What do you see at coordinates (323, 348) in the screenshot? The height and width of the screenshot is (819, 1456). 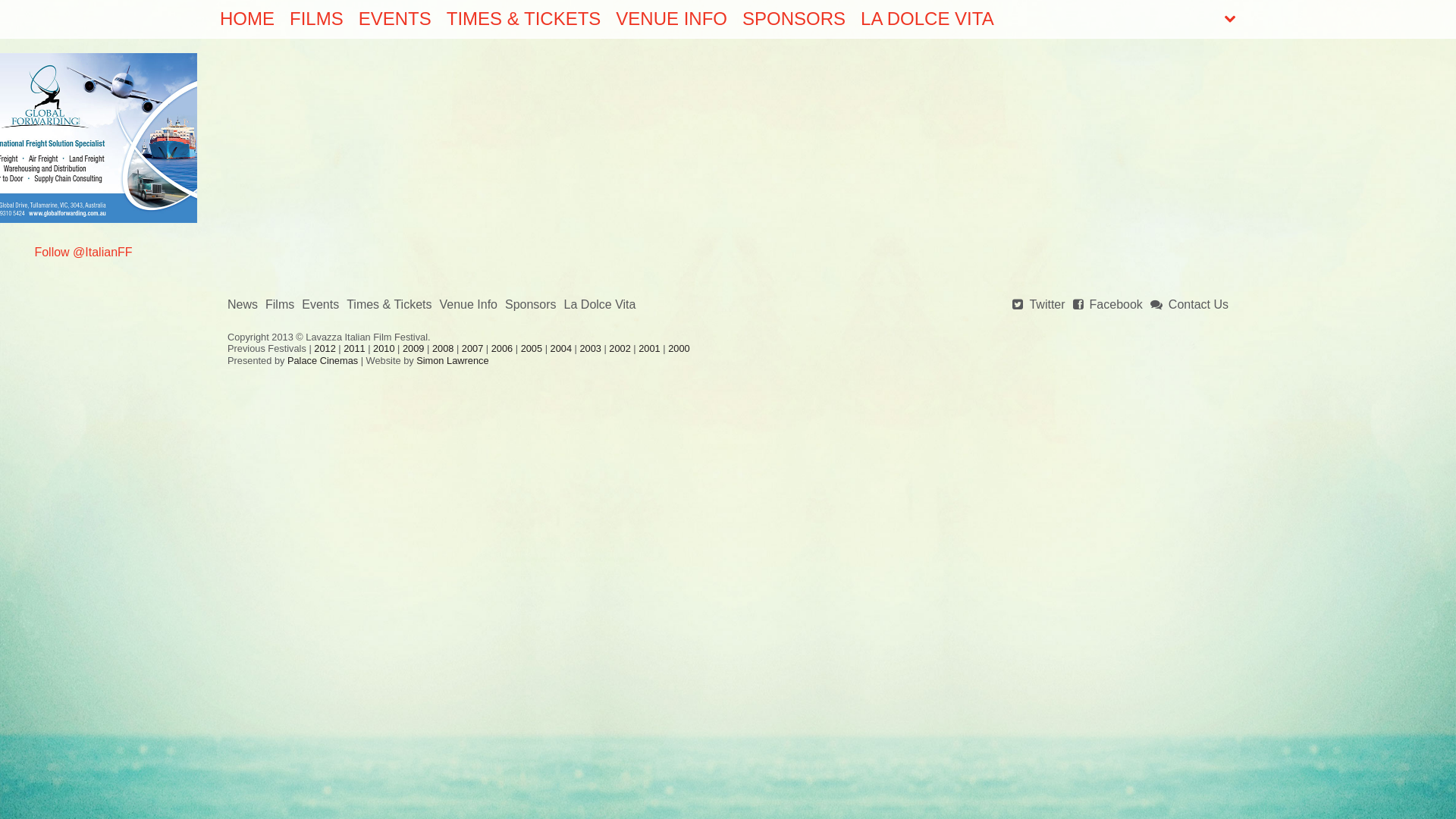 I see `'2012'` at bounding box center [323, 348].